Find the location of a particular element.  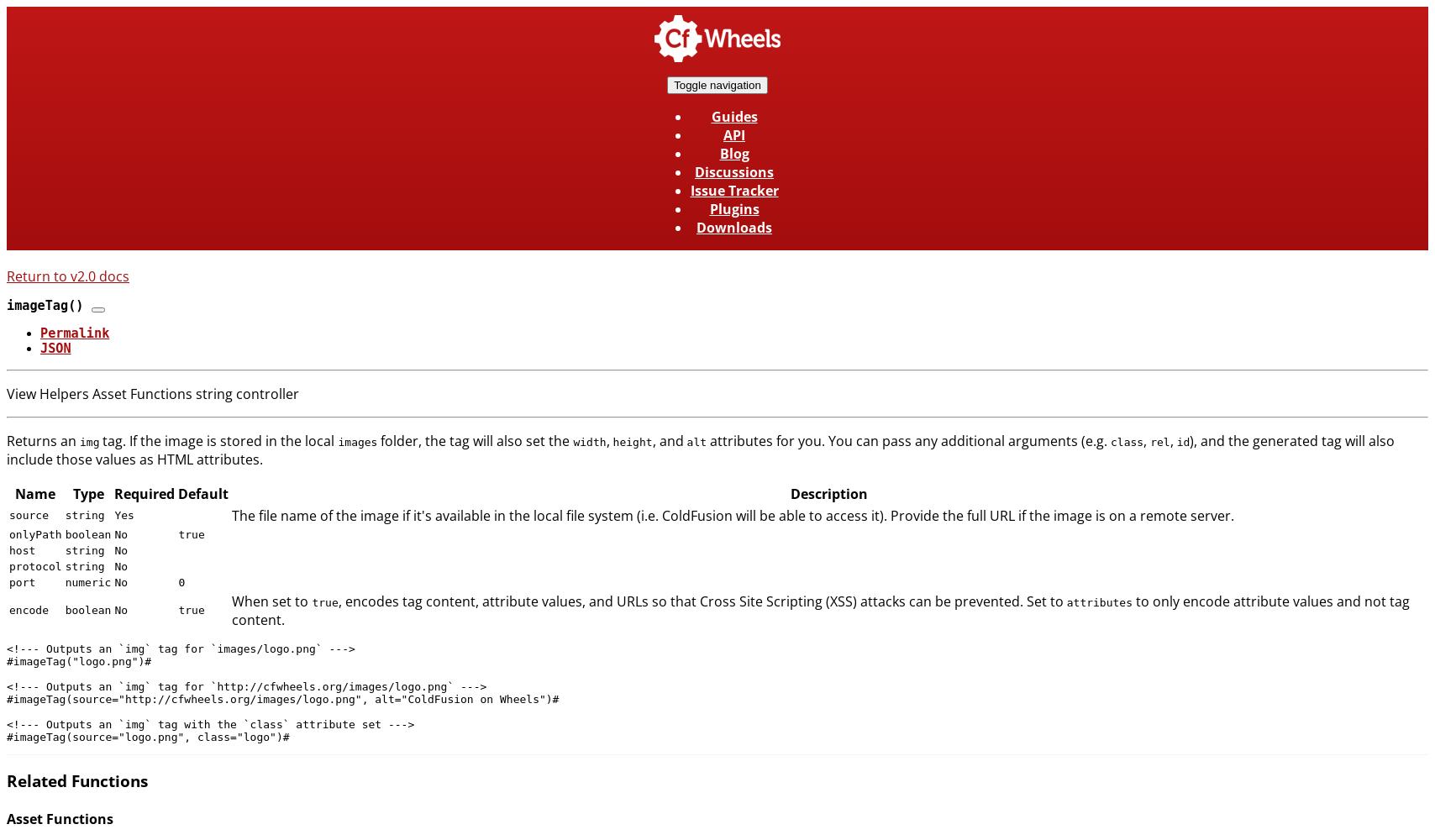

'controller' is located at coordinates (267, 392).